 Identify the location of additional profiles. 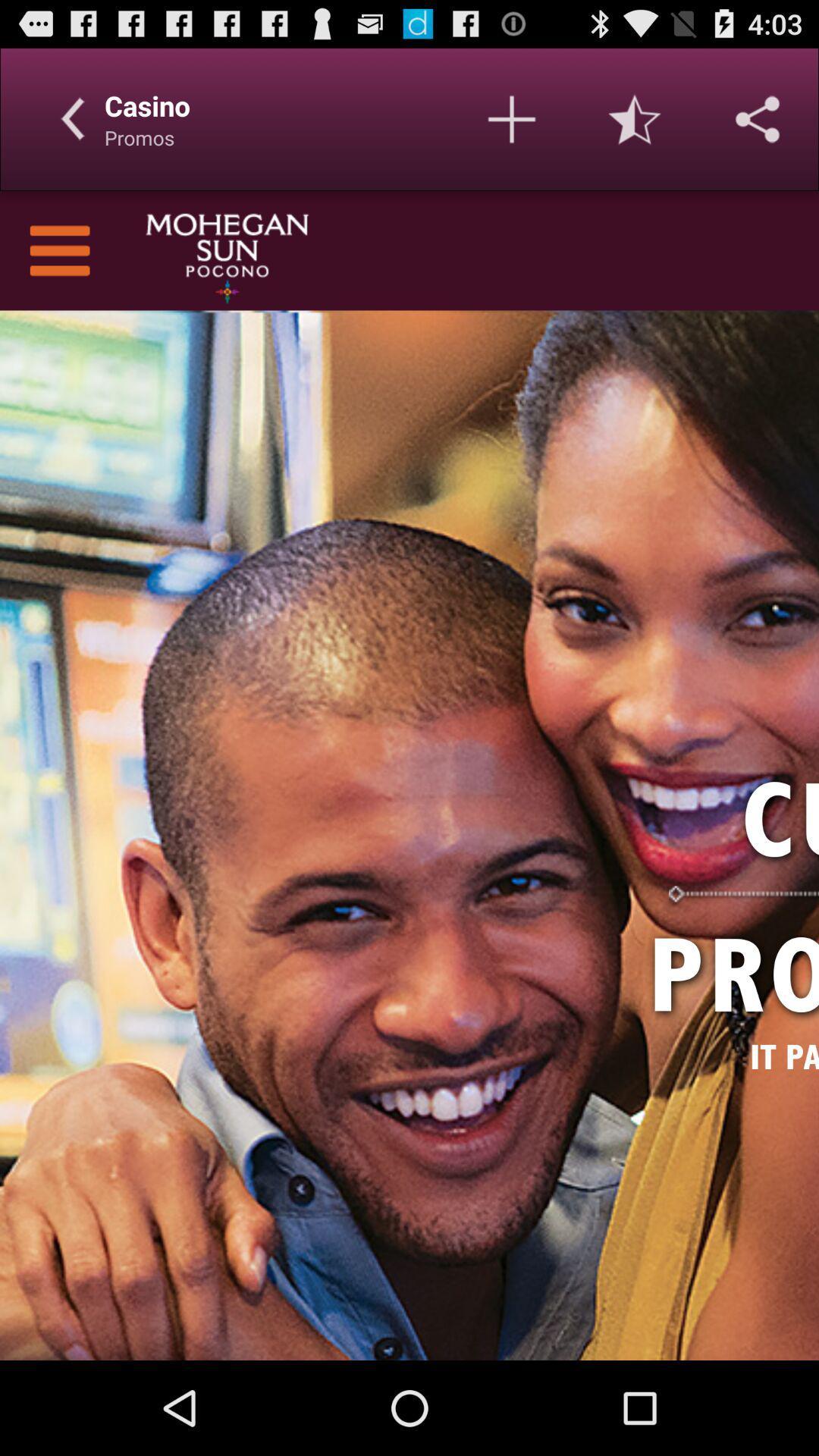
(512, 118).